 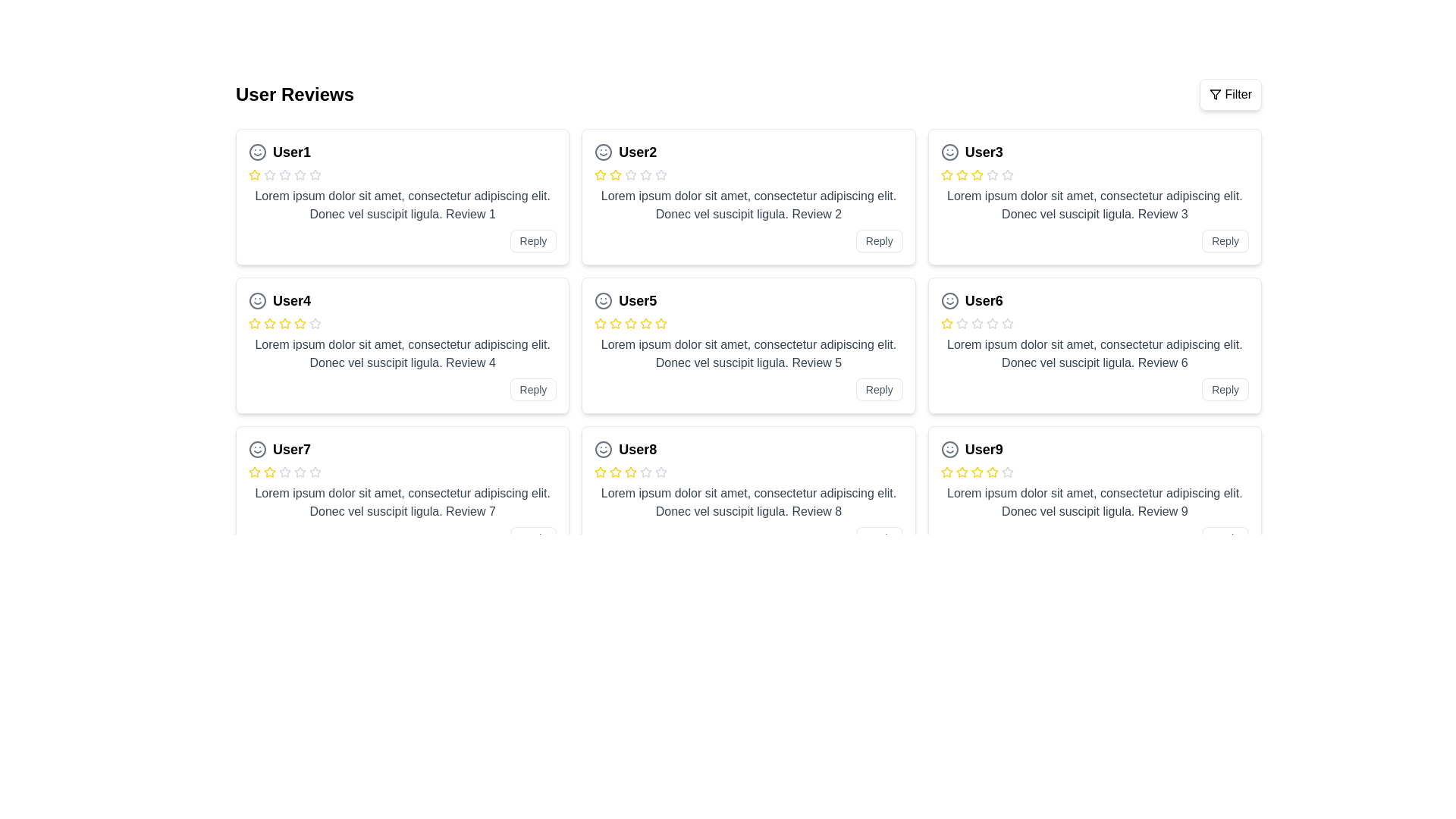 I want to click on the appearance of the fourth unselected rating star icon in the review section for 'User1', so click(x=284, y=174).